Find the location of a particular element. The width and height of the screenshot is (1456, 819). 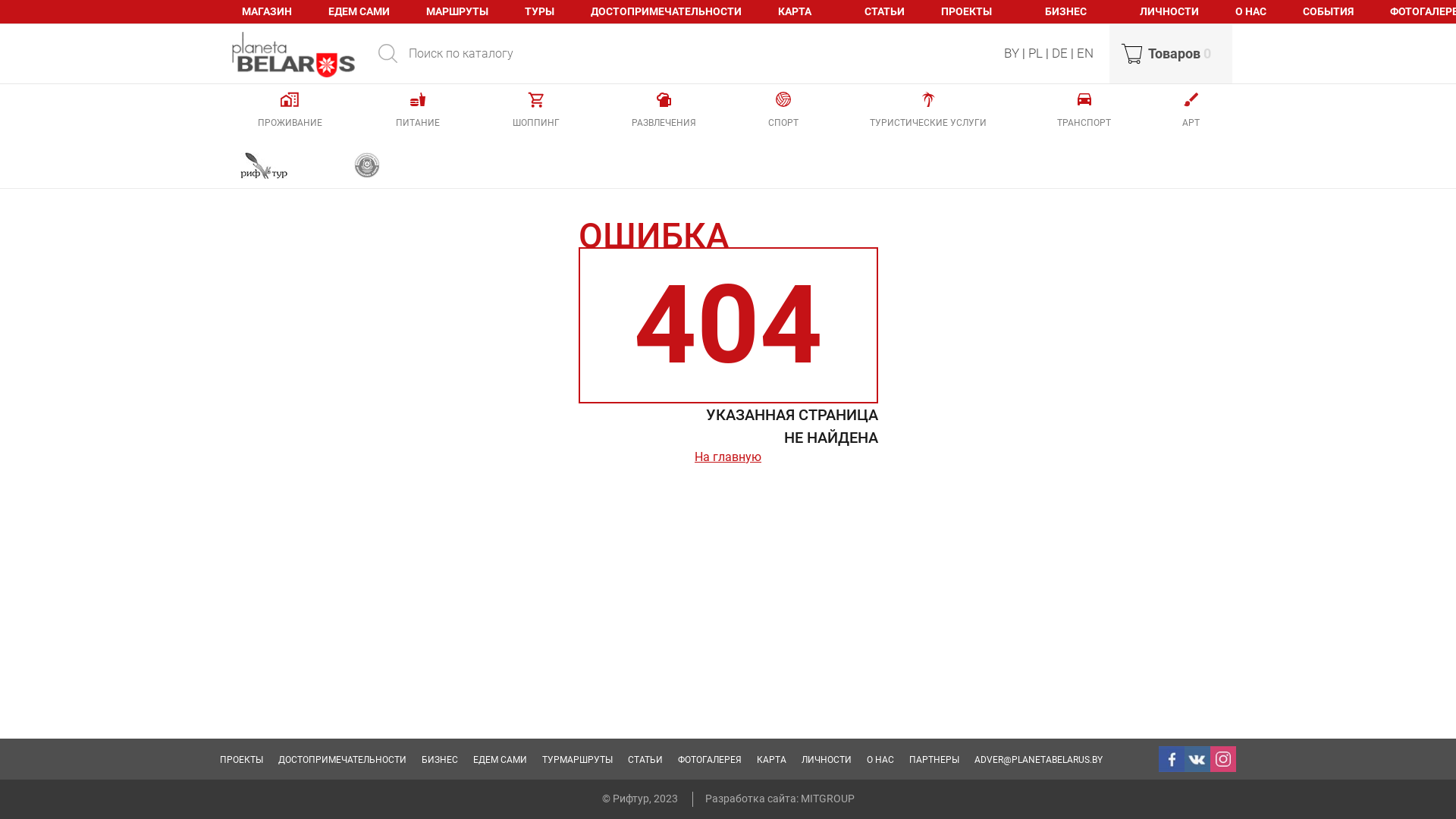

'ADVER@PLANETABELARUS.BY' is located at coordinates (1037, 760).